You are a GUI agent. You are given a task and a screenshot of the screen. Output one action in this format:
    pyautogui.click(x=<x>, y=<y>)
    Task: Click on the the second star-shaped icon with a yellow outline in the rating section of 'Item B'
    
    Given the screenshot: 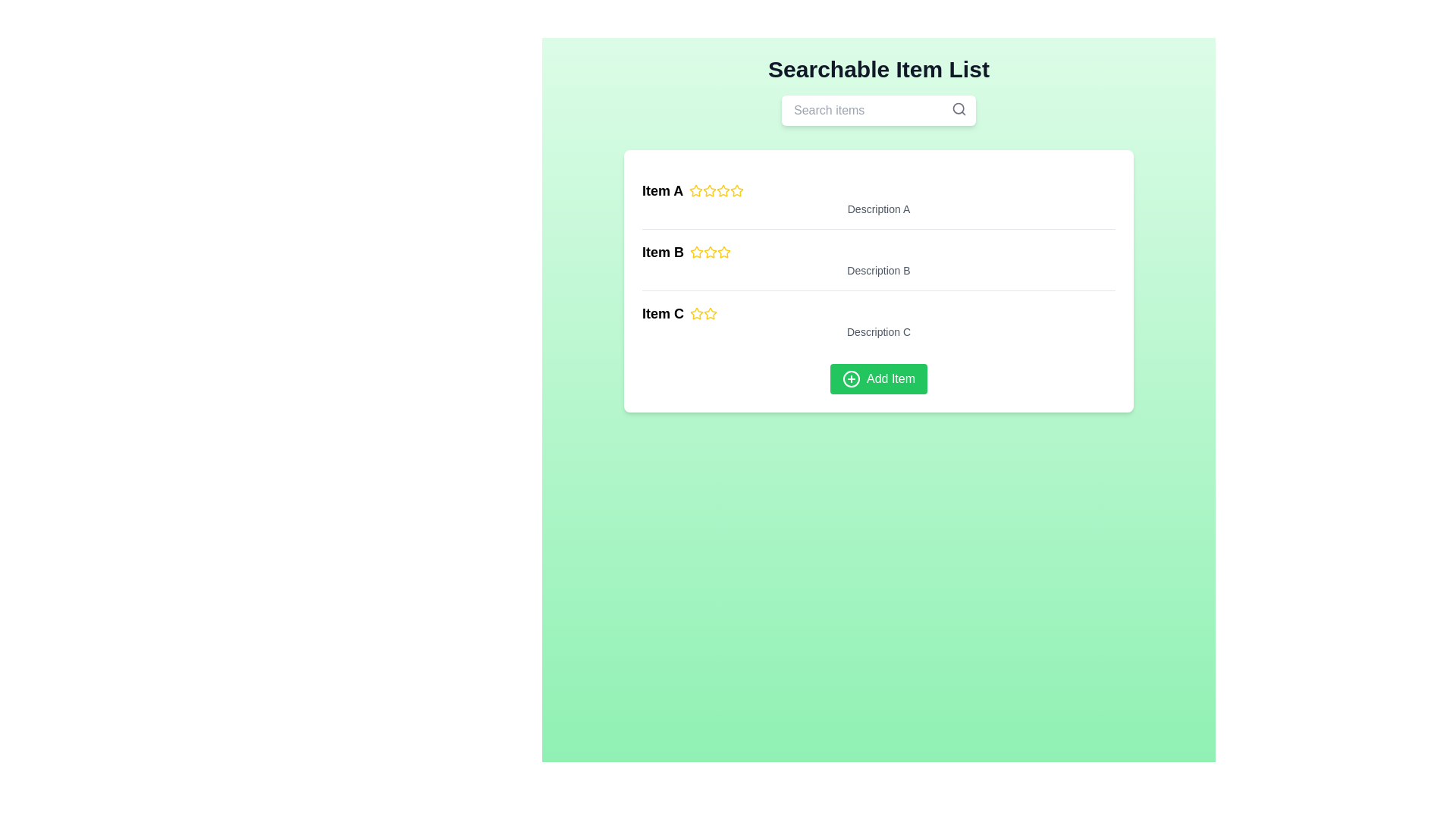 What is the action you would take?
    pyautogui.click(x=709, y=251)
    